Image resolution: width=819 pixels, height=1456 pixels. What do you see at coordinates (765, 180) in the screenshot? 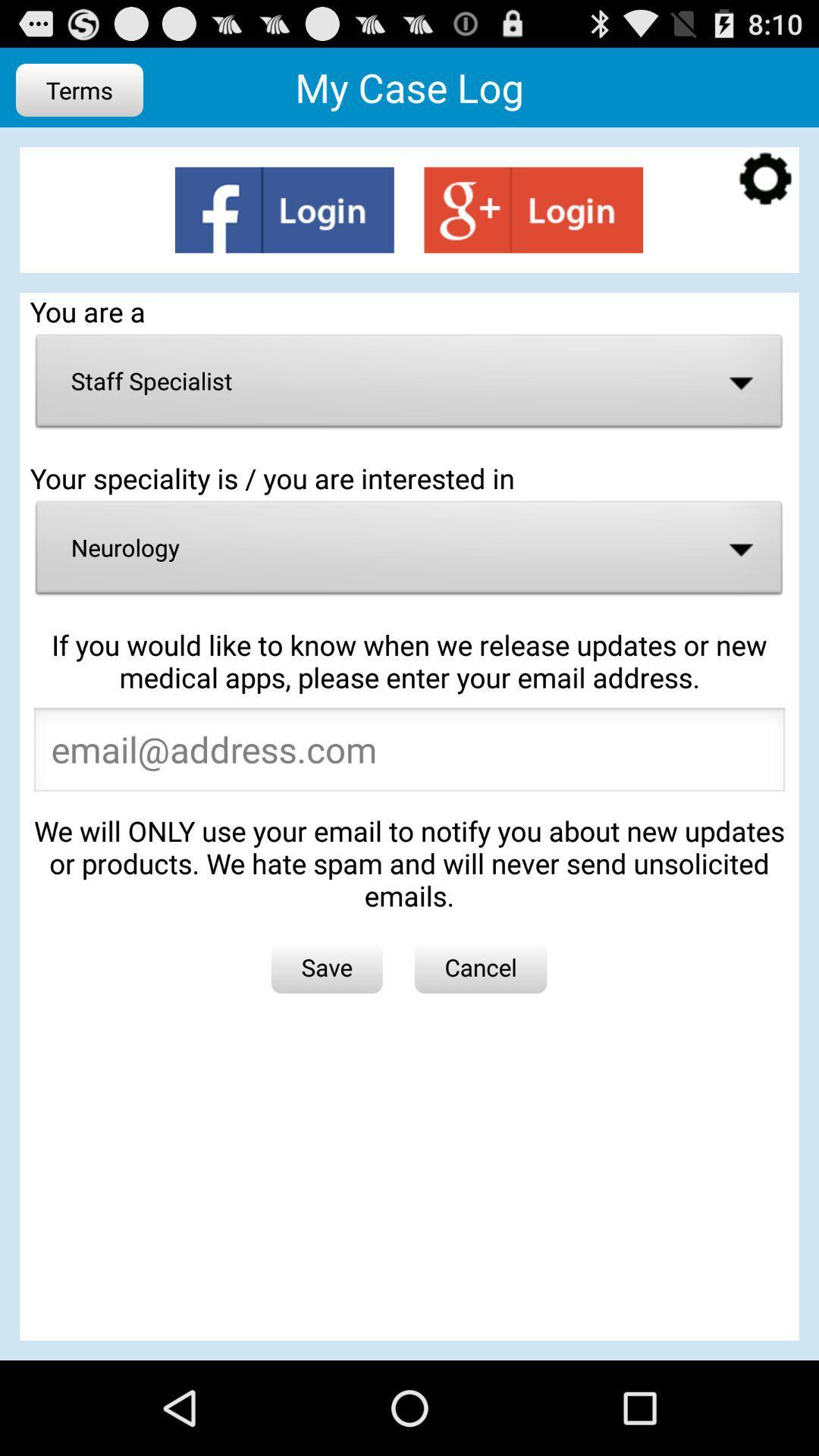
I see `settings` at bounding box center [765, 180].